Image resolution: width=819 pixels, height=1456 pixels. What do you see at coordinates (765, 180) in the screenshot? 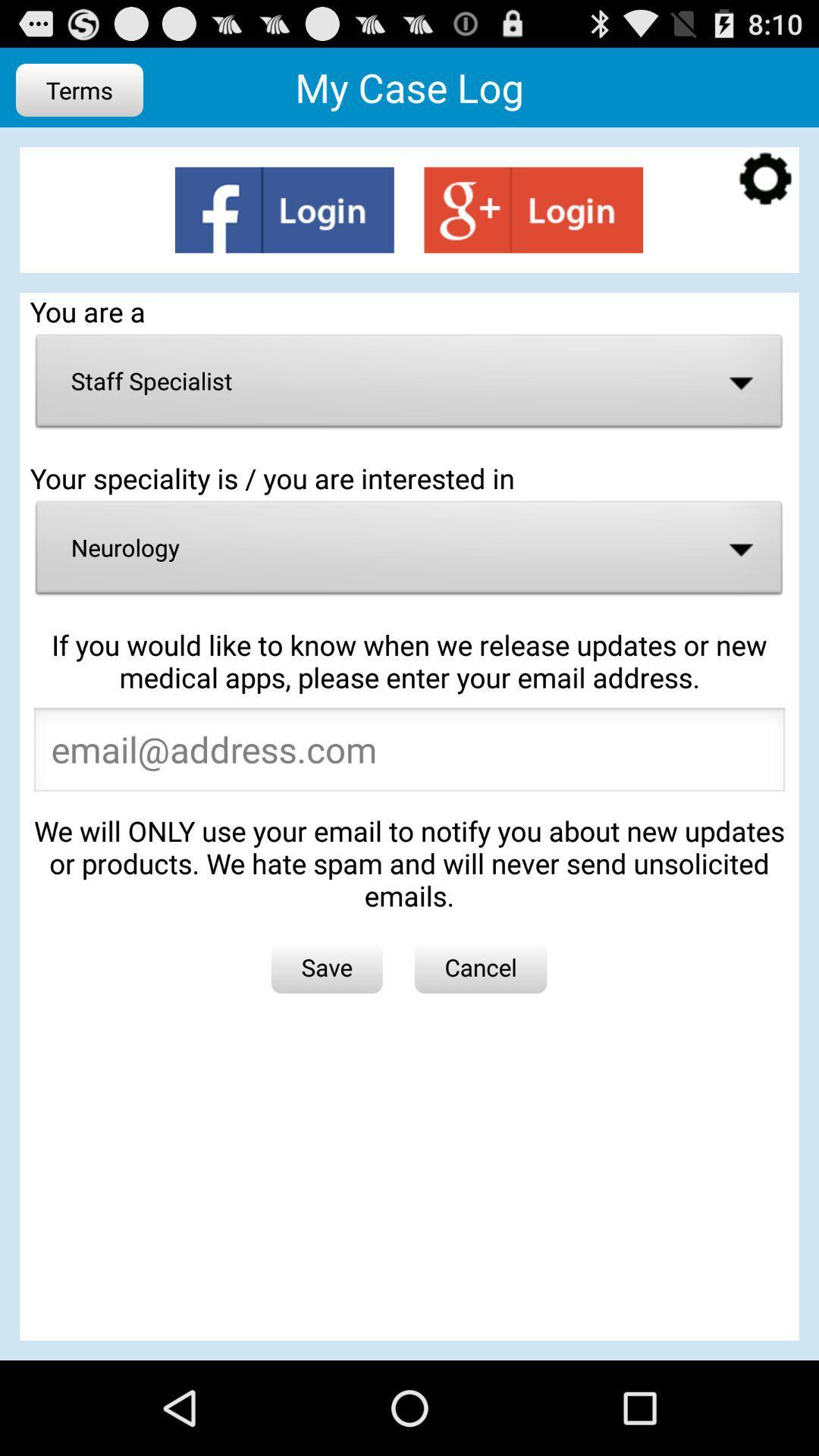
I see `settings` at bounding box center [765, 180].